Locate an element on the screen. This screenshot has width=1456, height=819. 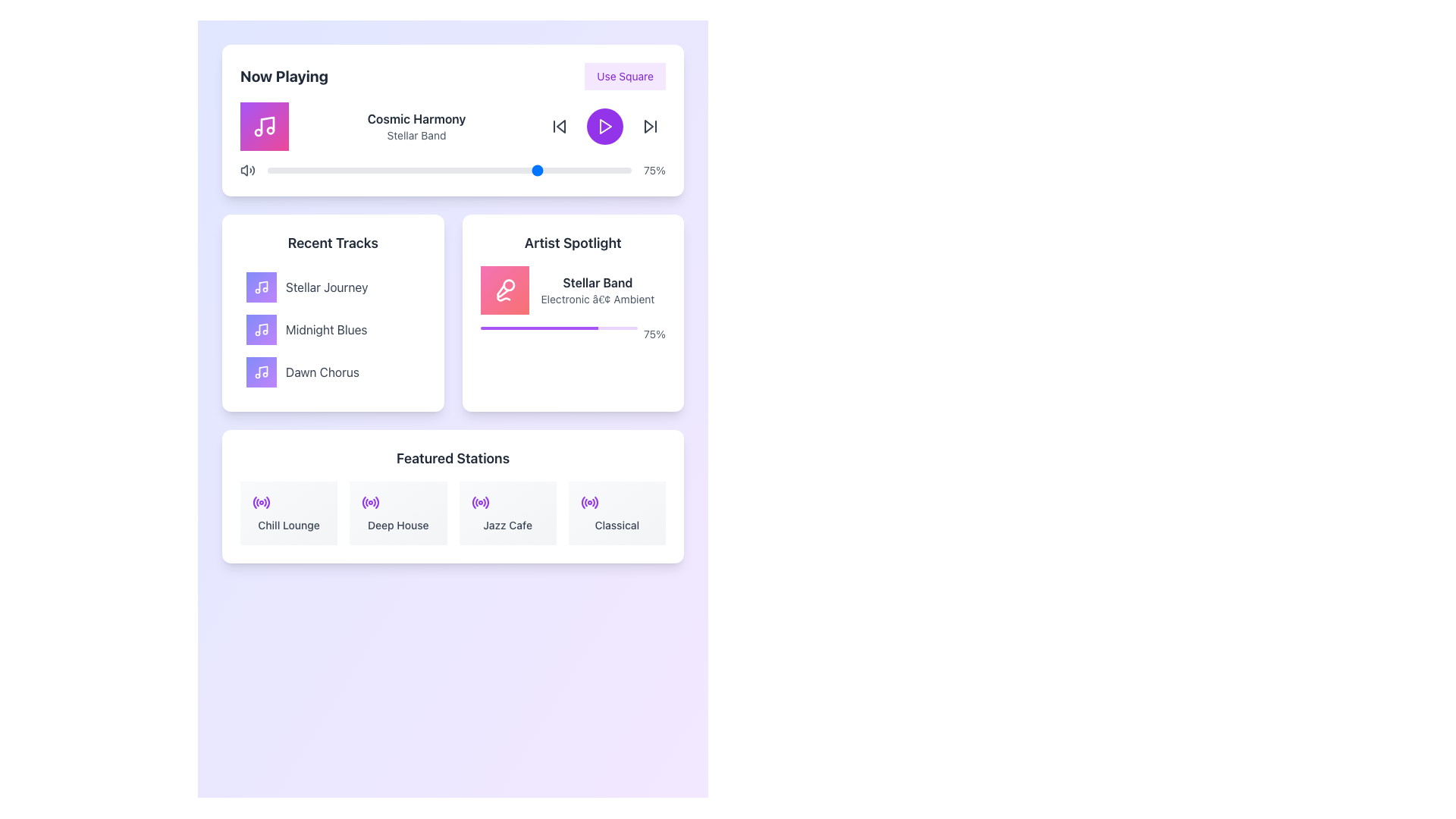
the first item in the 'Recent Tracks' list, which represents a track and may play it or display more information is located at coordinates (332, 287).